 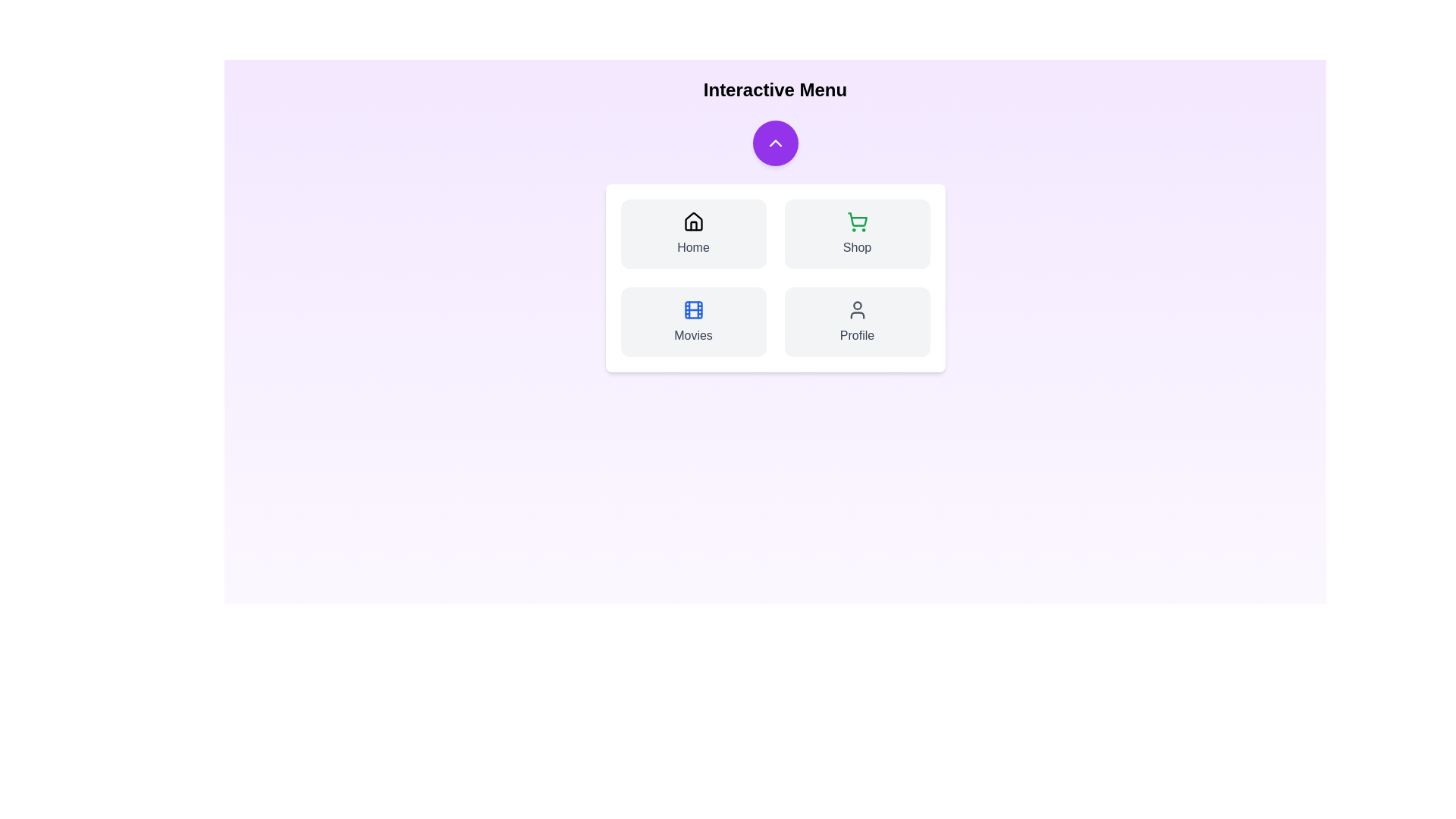 I want to click on the Movies button in the InteractiveNavbar component, so click(x=692, y=321).